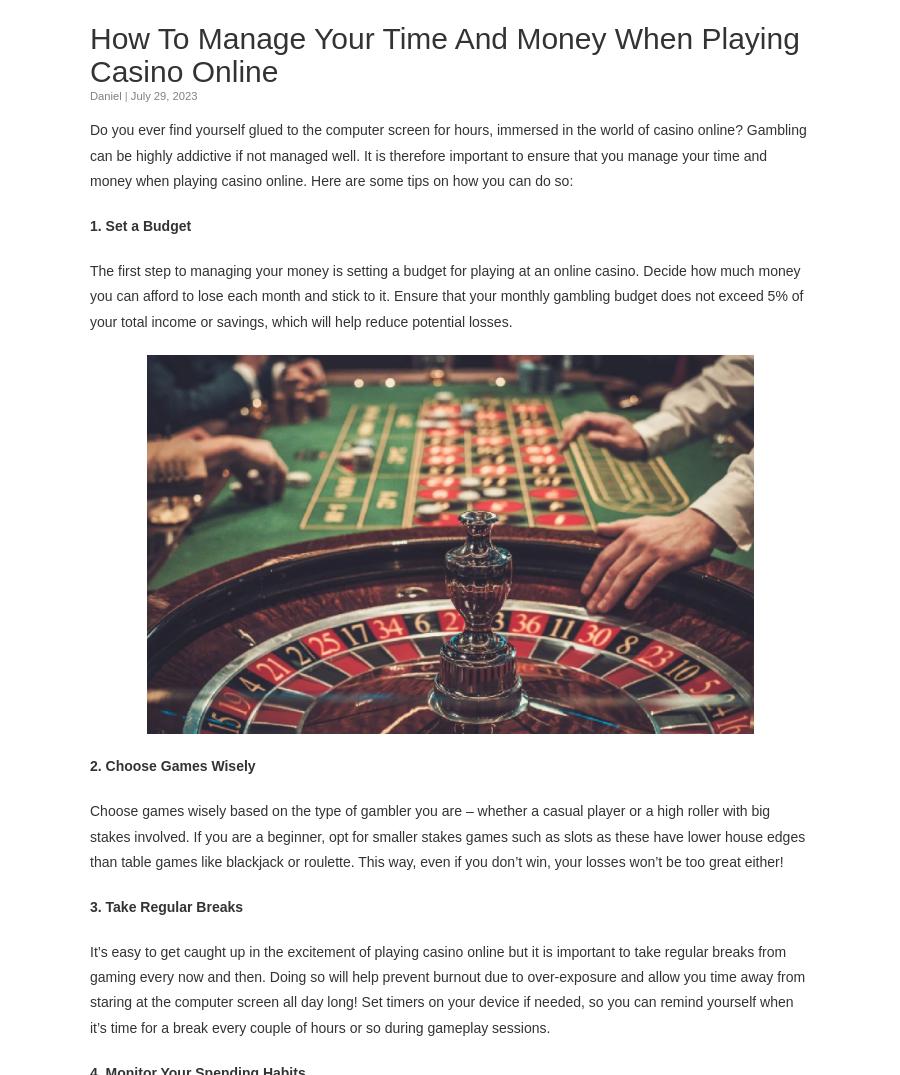 The height and width of the screenshot is (1075, 900). I want to click on 'Do you ever find yourself glued to the computer screen for hours, immersed in the world of', so click(371, 128).